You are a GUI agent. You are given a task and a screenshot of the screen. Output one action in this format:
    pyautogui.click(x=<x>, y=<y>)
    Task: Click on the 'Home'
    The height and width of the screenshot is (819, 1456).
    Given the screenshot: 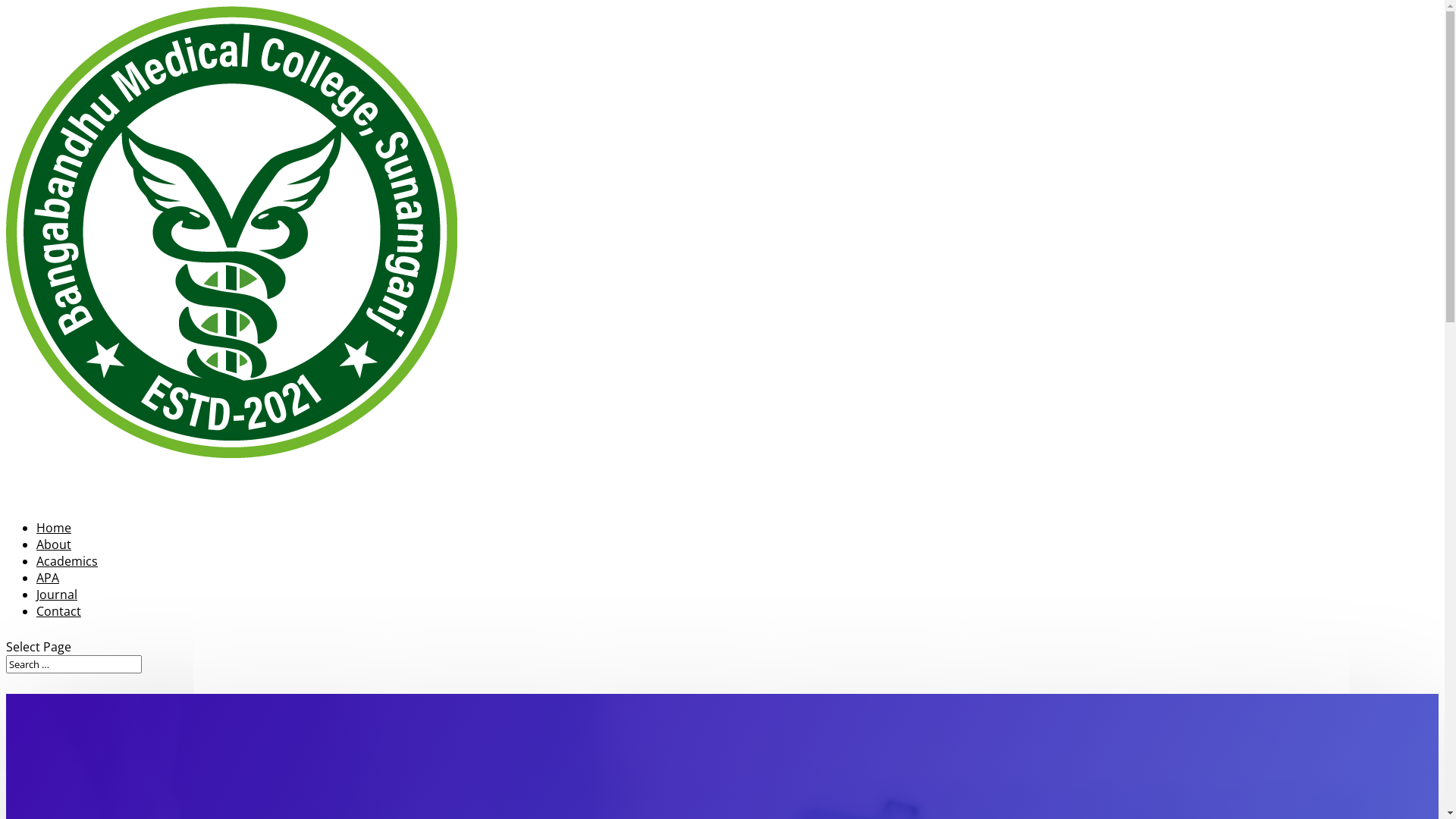 What is the action you would take?
    pyautogui.click(x=54, y=550)
    